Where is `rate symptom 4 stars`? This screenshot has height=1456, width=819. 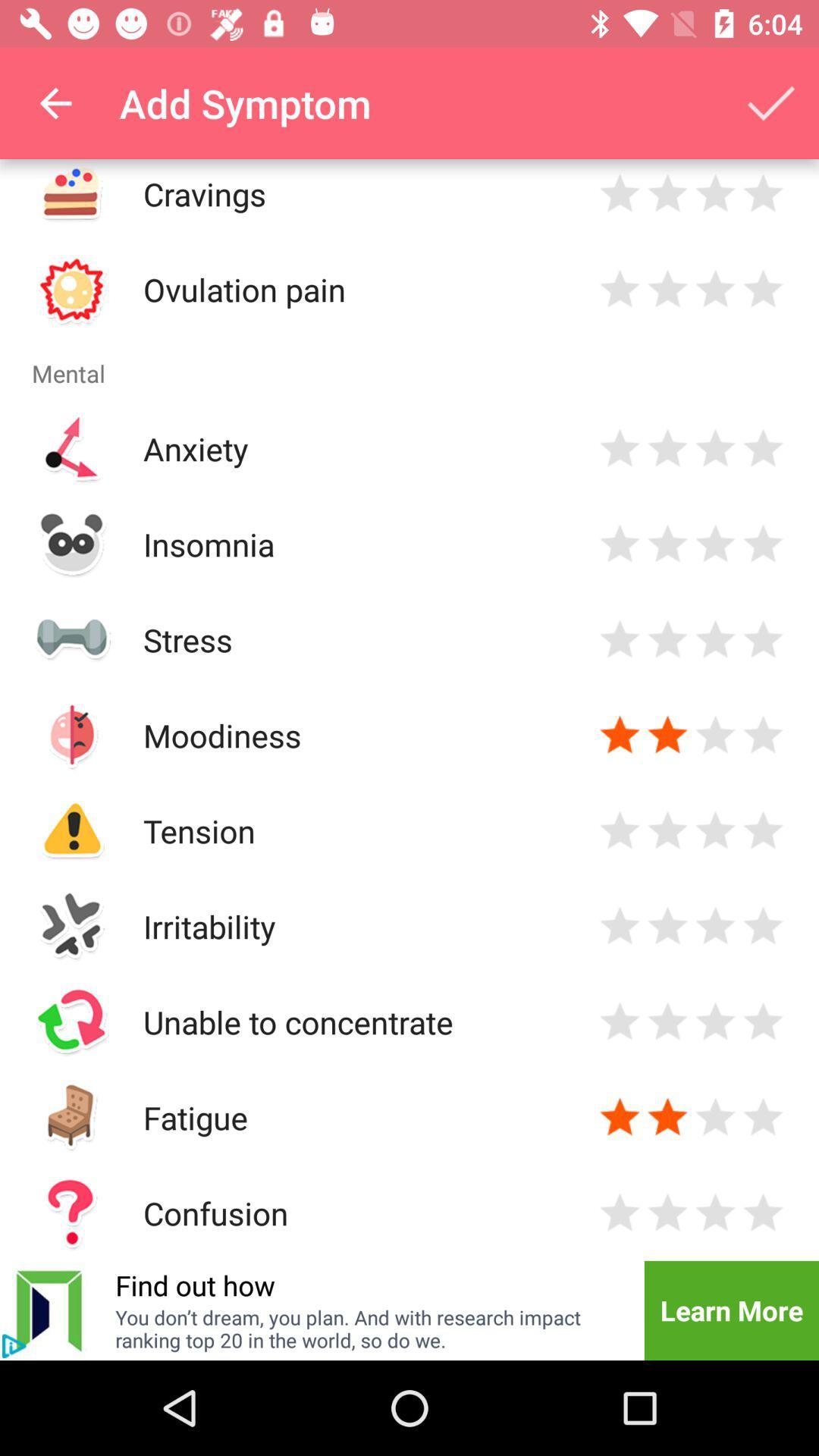
rate symptom 4 stars is located at coordinates (763, 830).